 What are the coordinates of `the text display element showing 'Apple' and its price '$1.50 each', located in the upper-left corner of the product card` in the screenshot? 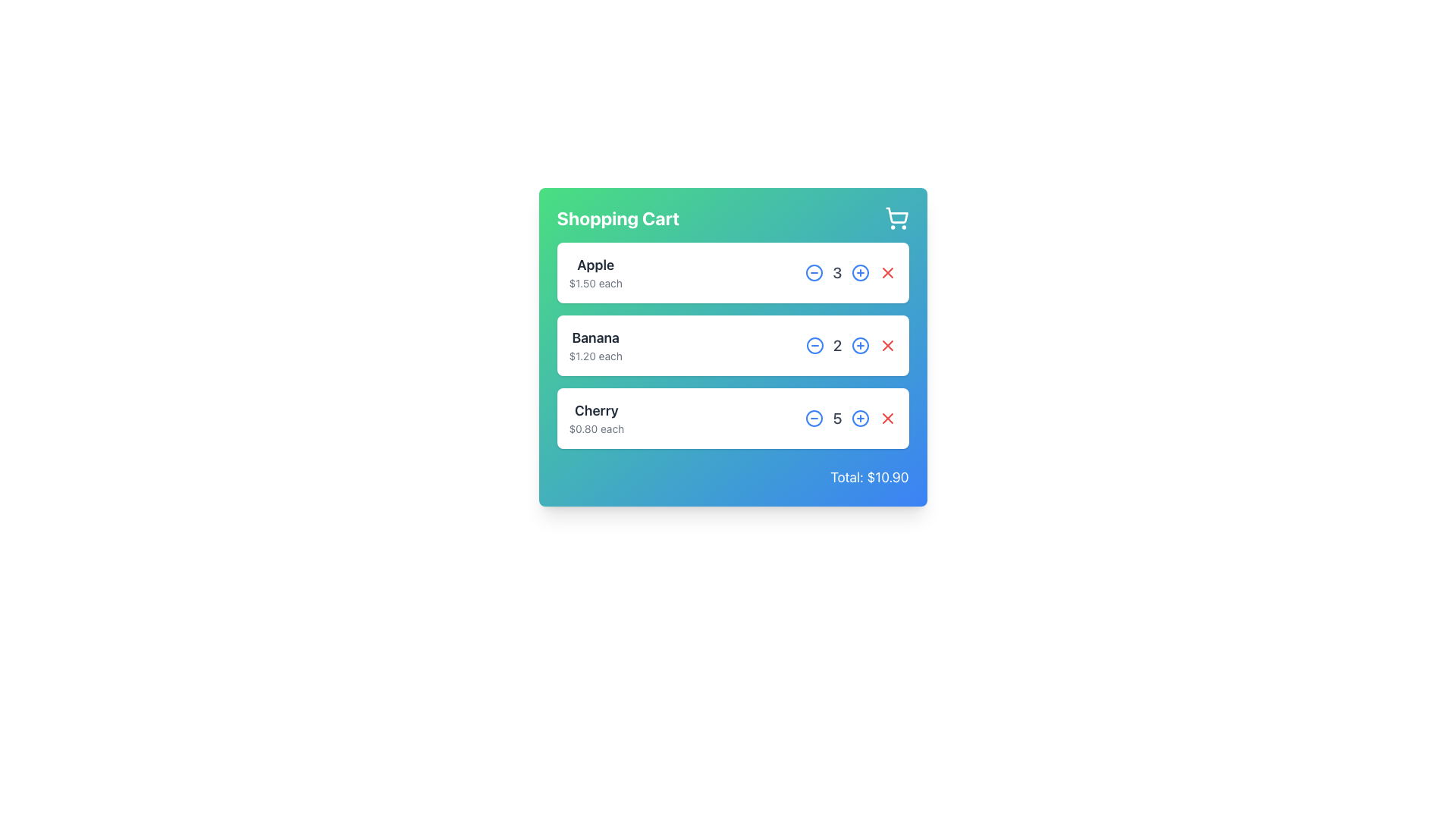 It's located at (595, 271).